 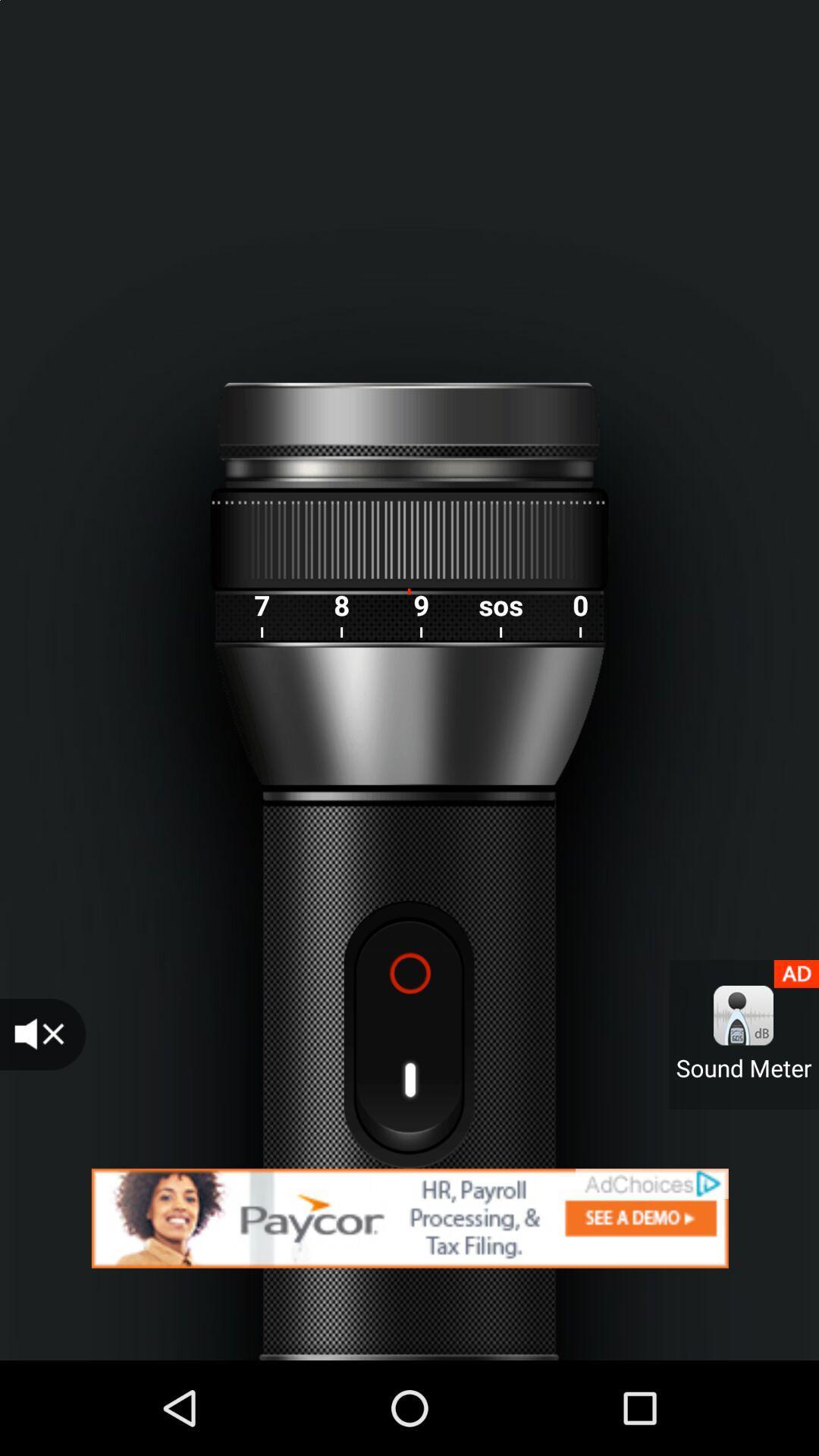 I want to click on the volume icon, so click(x=42, y=1034).